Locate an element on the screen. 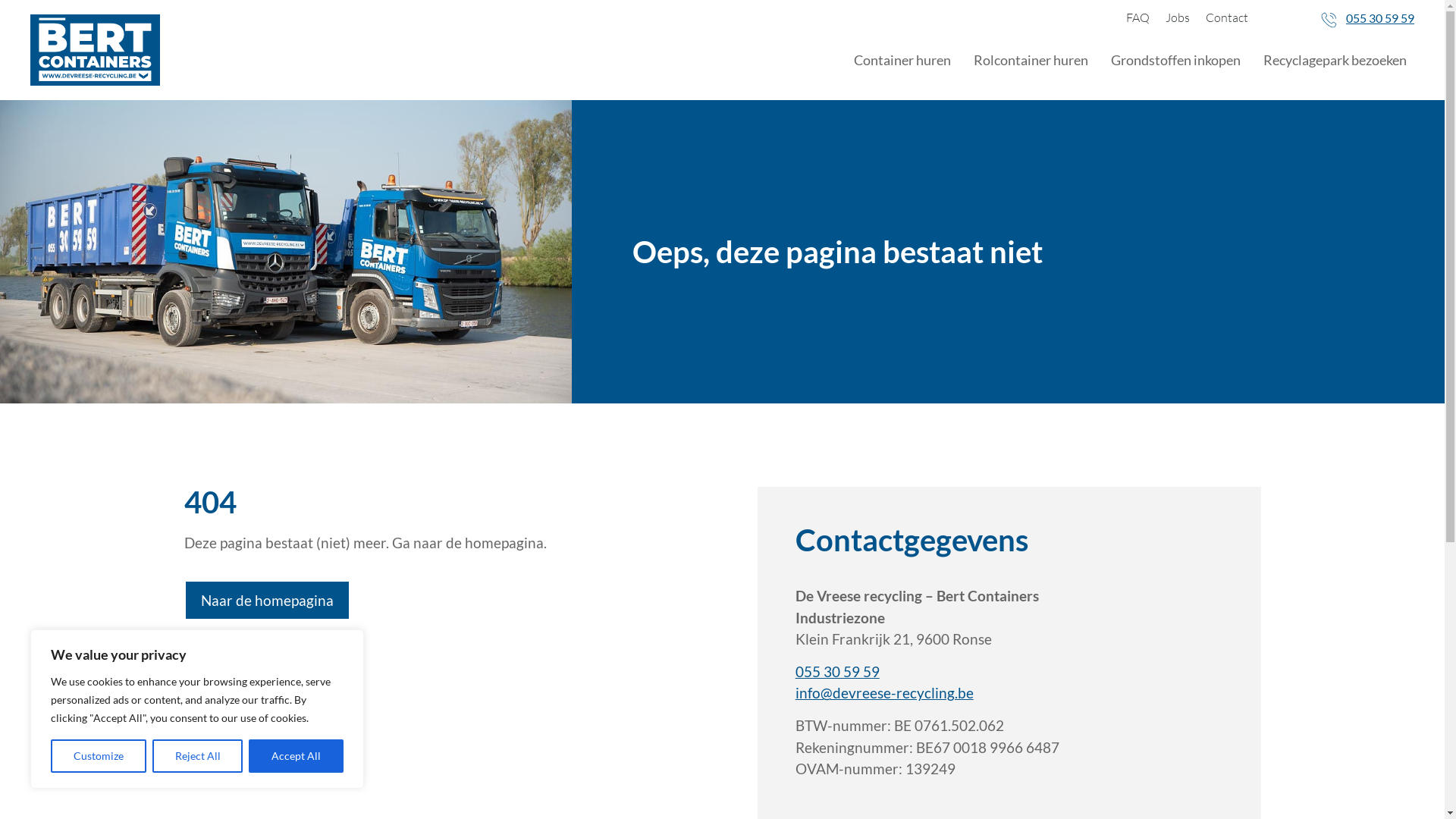 The image size is (1456, 819). 'Naar de homepagina' is located at coordinates (182, 599).